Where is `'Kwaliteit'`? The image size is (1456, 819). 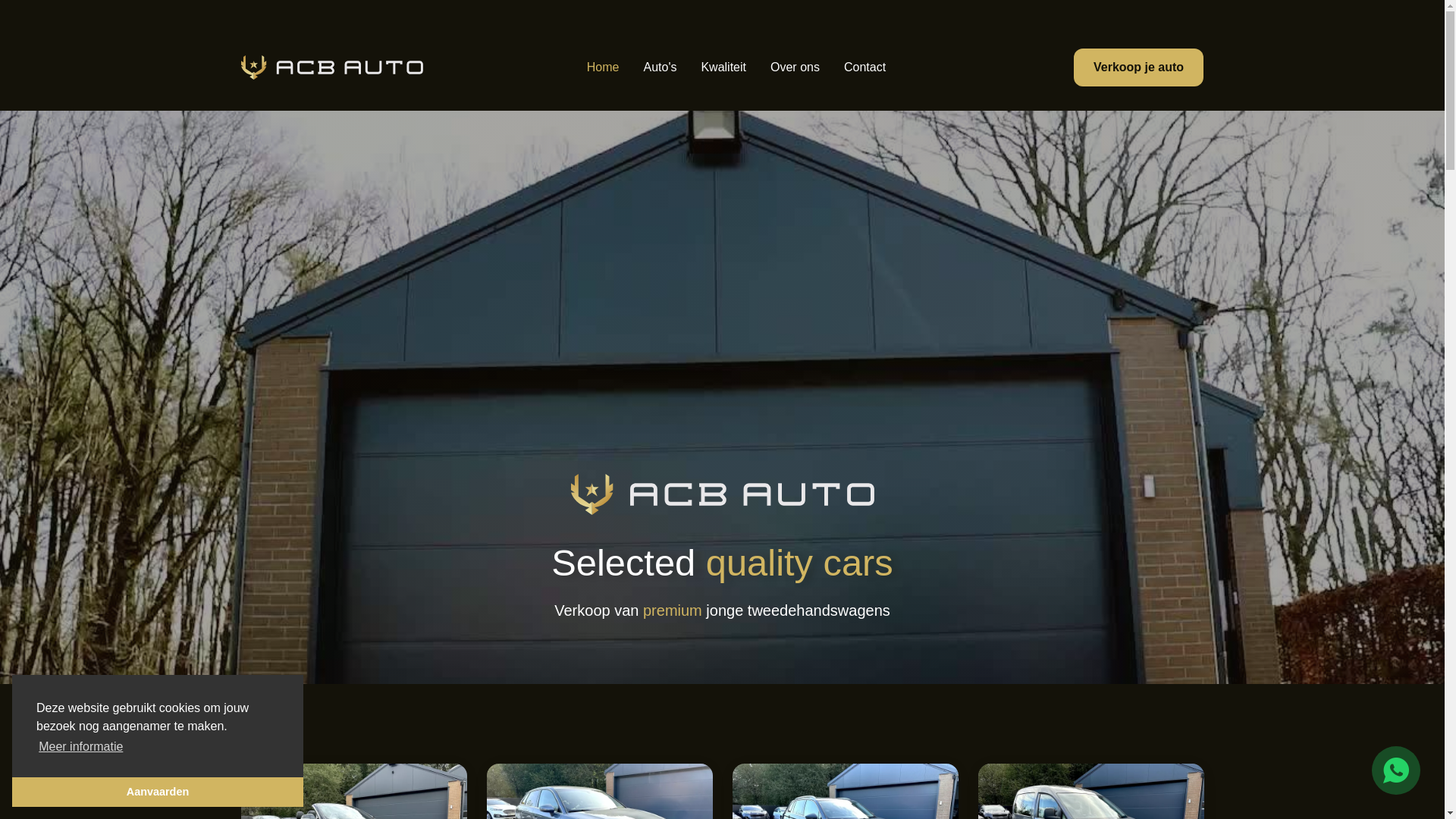 'Kwaliteit' is located at coordinates (723, 66).